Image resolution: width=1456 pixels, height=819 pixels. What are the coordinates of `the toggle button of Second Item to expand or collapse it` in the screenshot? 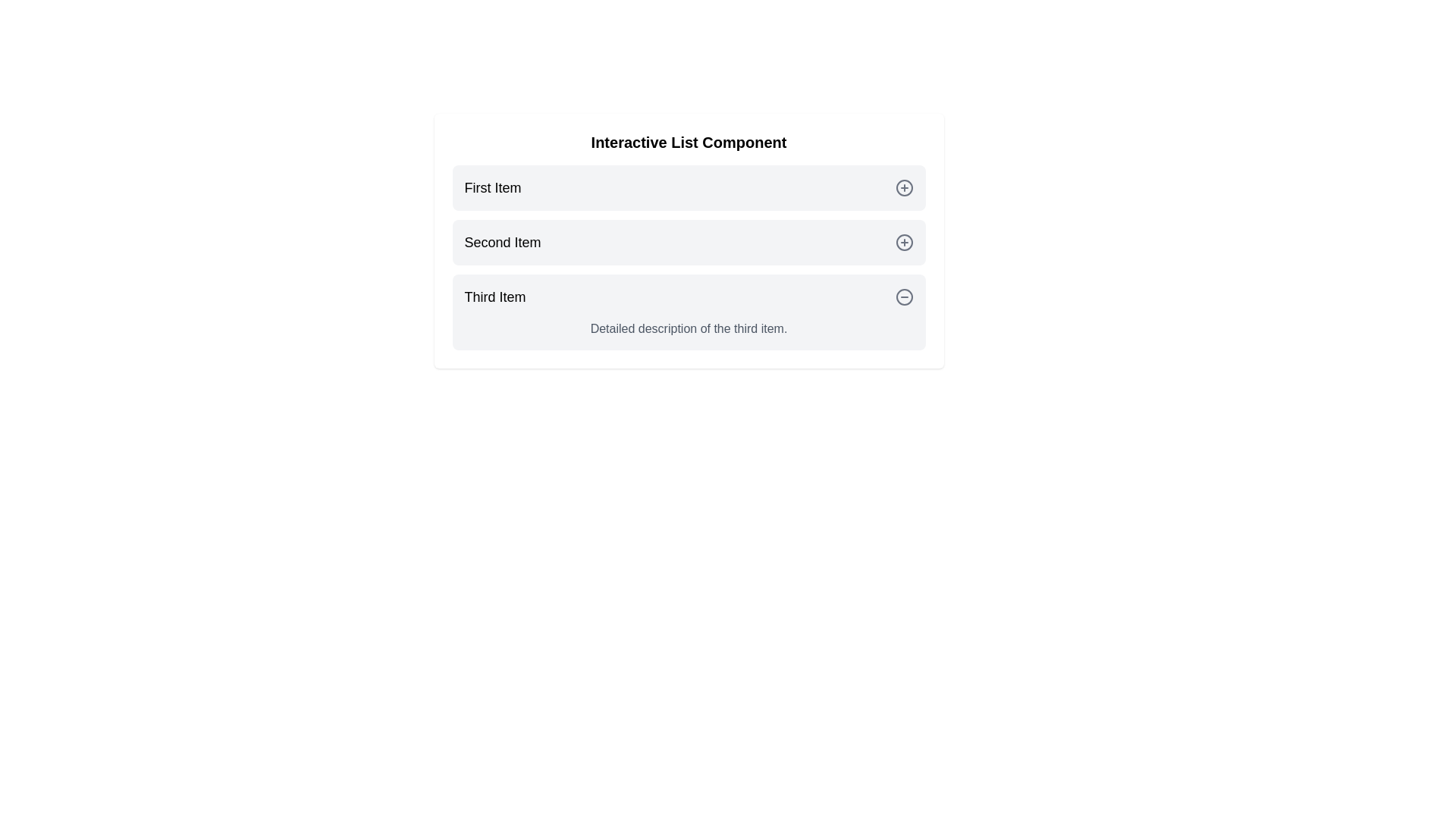 It's located at (904, 242).